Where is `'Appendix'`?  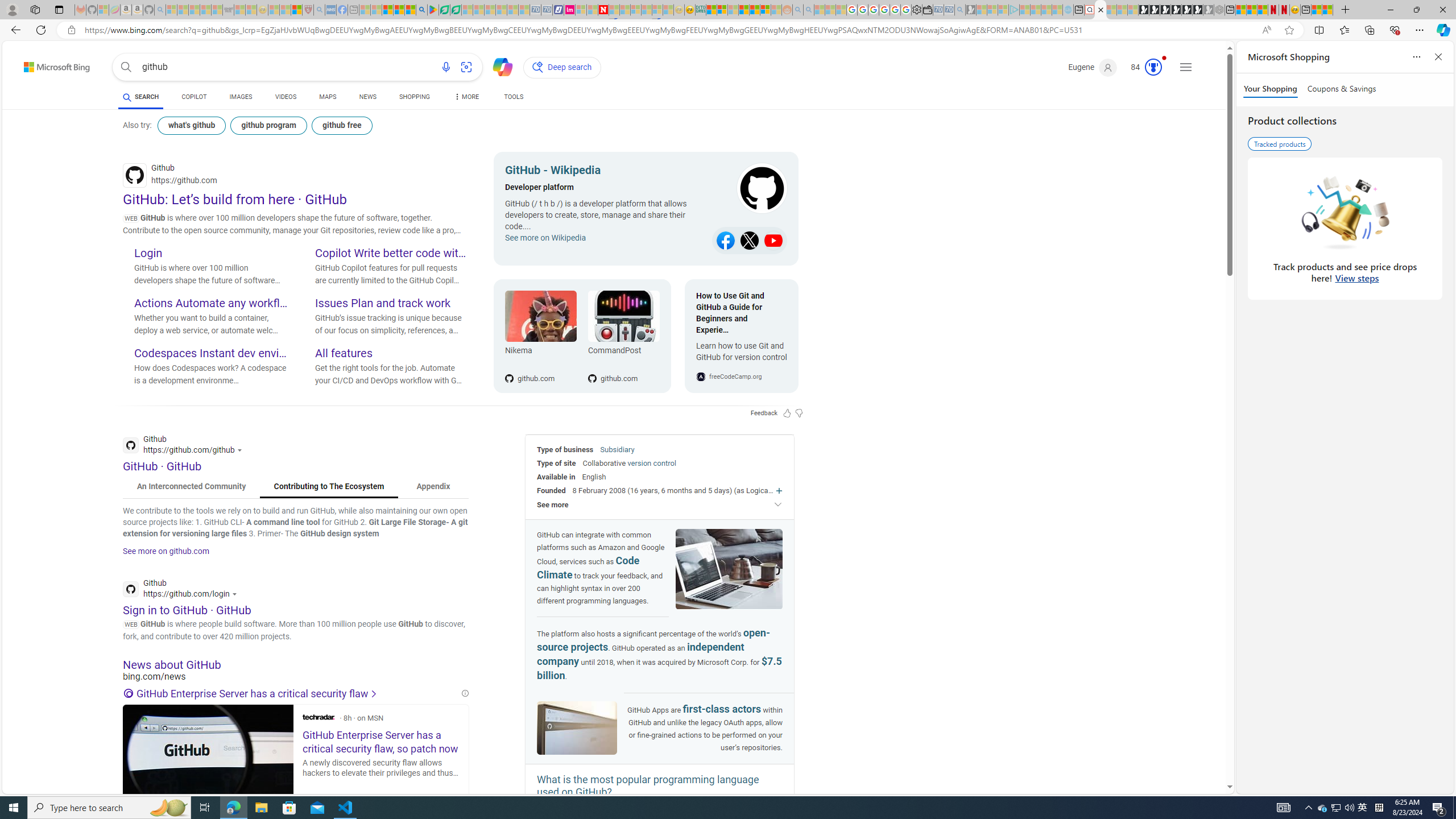
'Appendix' is located at coordinates (433, 486).